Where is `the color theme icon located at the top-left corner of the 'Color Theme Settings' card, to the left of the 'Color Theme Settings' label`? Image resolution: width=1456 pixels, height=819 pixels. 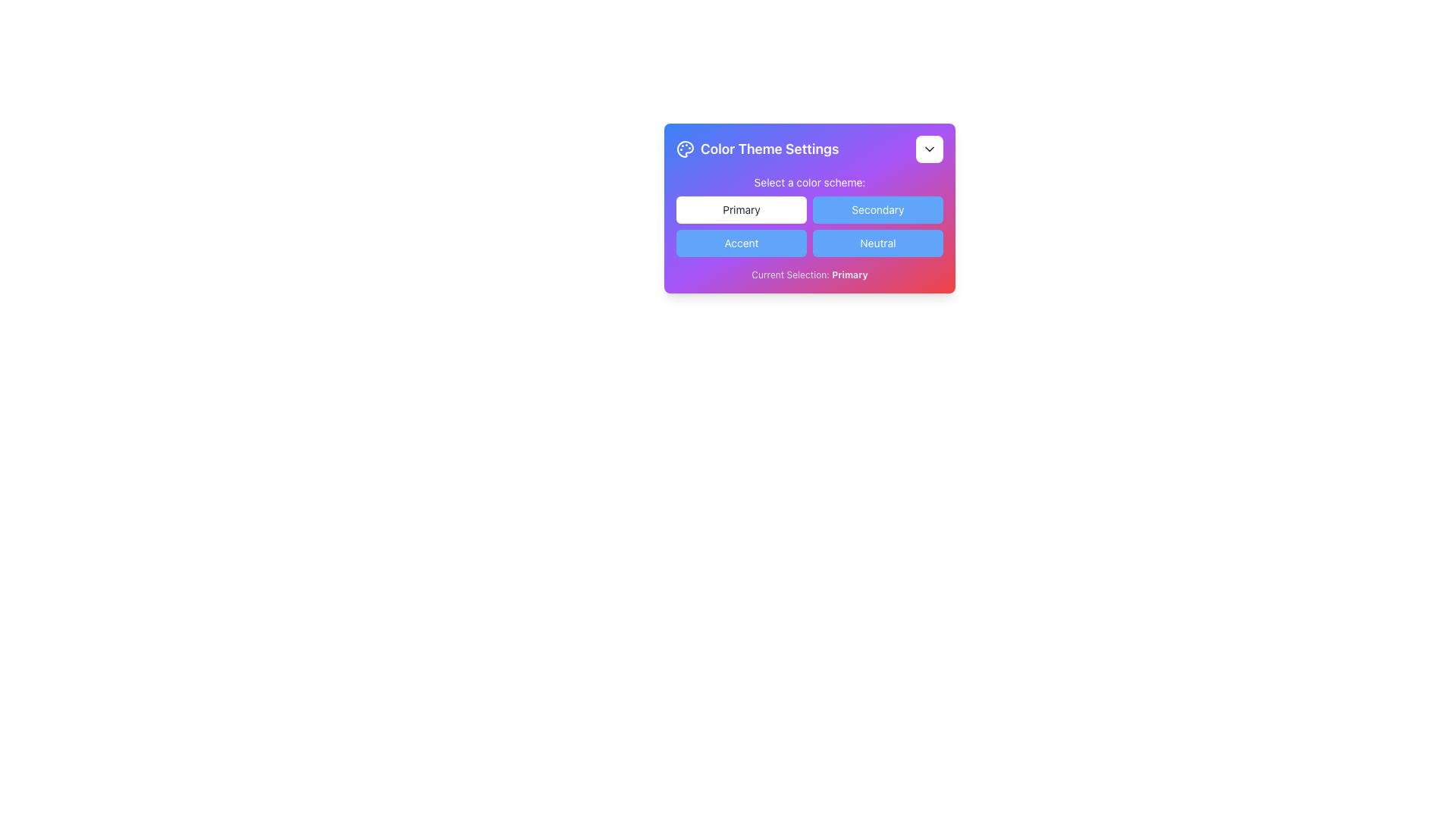 the color theme icon located at the top-left corner of the 'Color Theme Settings' card, to the left of the 'Color Theme Settings' label is located at coordinates (684, 149).